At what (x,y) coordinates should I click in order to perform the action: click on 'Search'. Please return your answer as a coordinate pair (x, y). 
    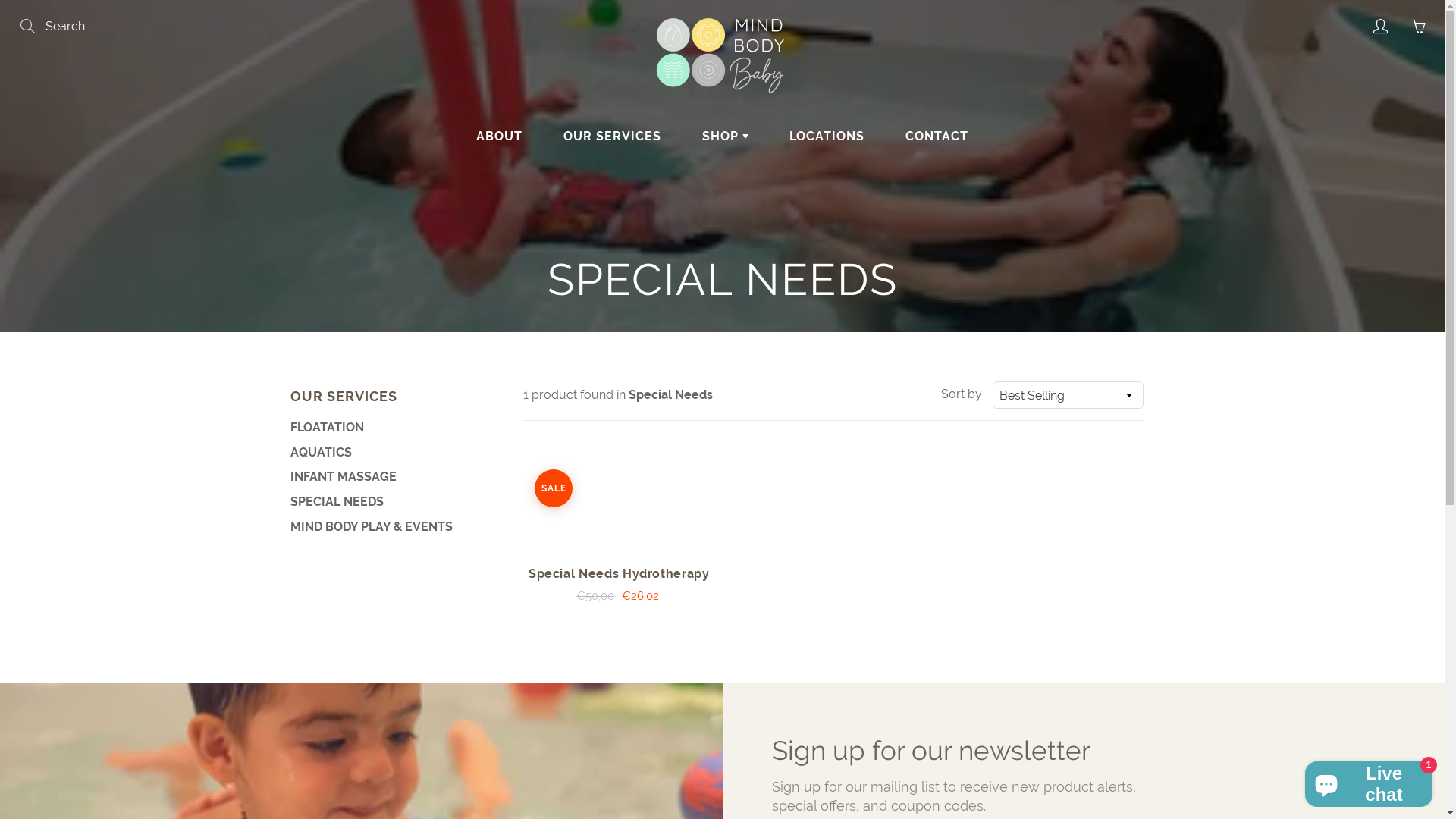
    Looking at the image, I should click on (28, 26).